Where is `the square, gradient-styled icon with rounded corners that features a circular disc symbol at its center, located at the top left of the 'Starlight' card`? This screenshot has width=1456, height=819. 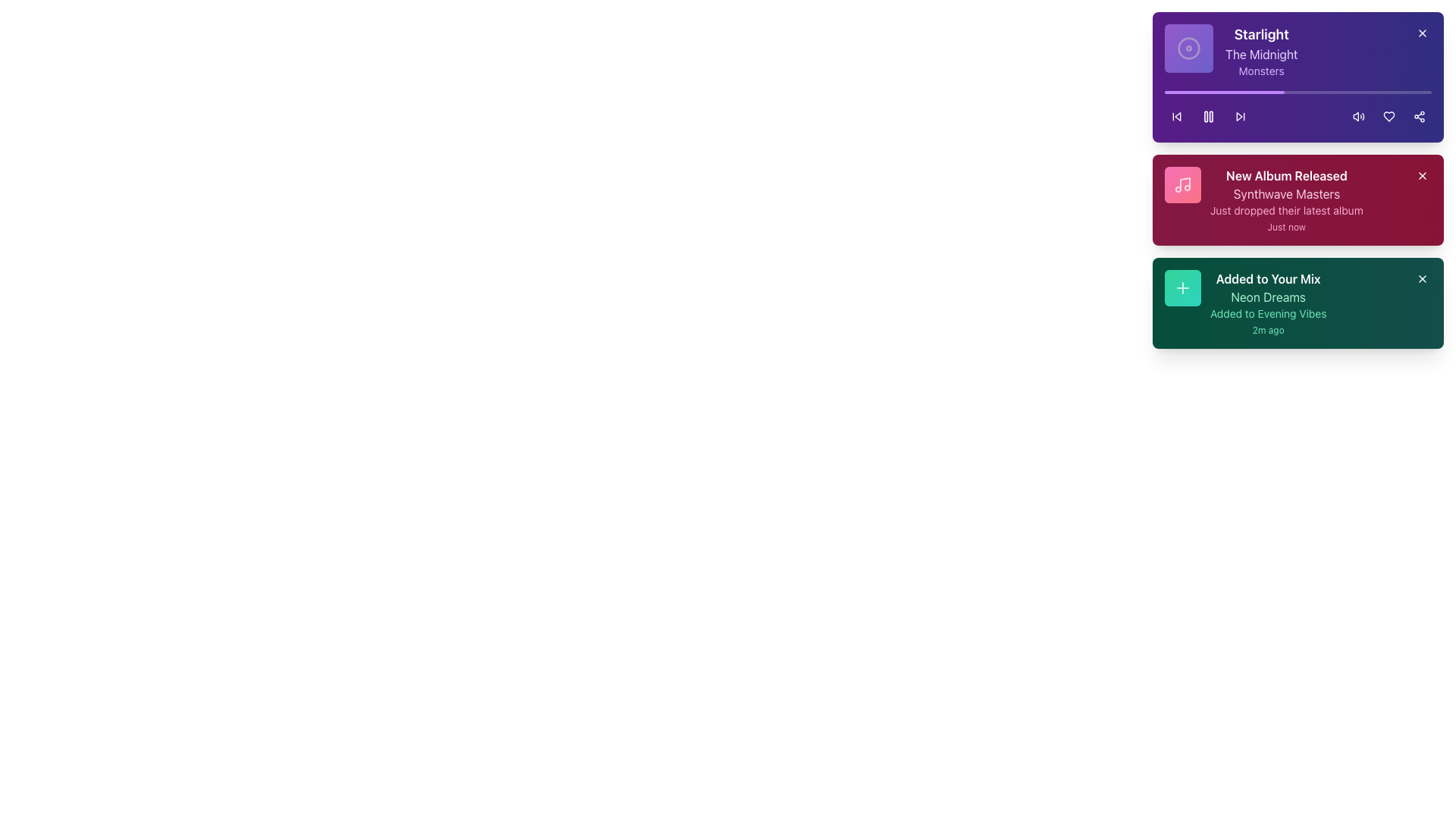 the square, gradient-styled icon with rounded corners that features a circular disc symbol at its center, located at the top left of the 'Starlight' card is located at coordinates (1188, 48).